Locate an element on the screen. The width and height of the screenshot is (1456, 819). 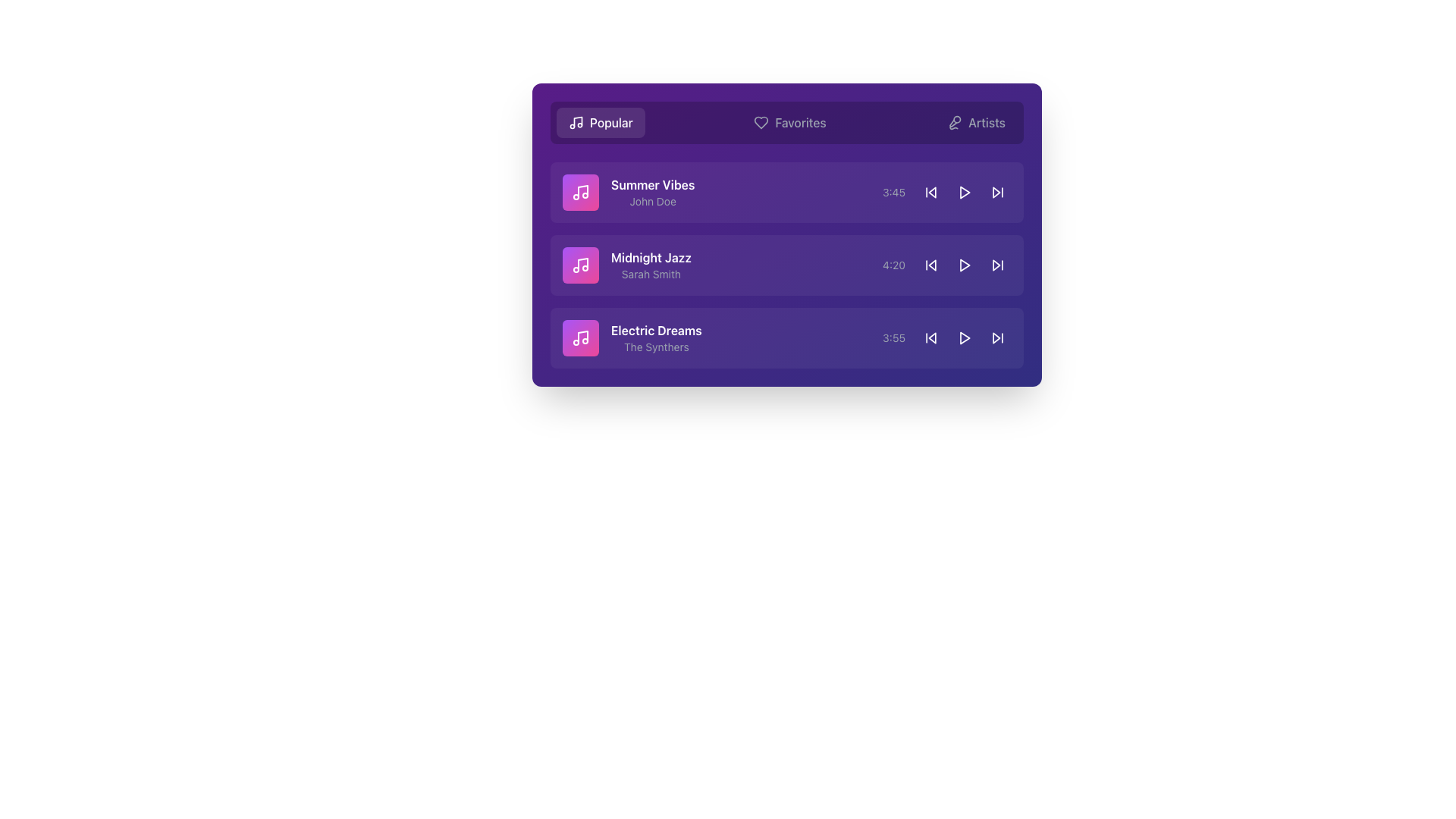
the 'Play' button for the track 'Summer Vibes' by John Doe is located at coordinates (964, 192).